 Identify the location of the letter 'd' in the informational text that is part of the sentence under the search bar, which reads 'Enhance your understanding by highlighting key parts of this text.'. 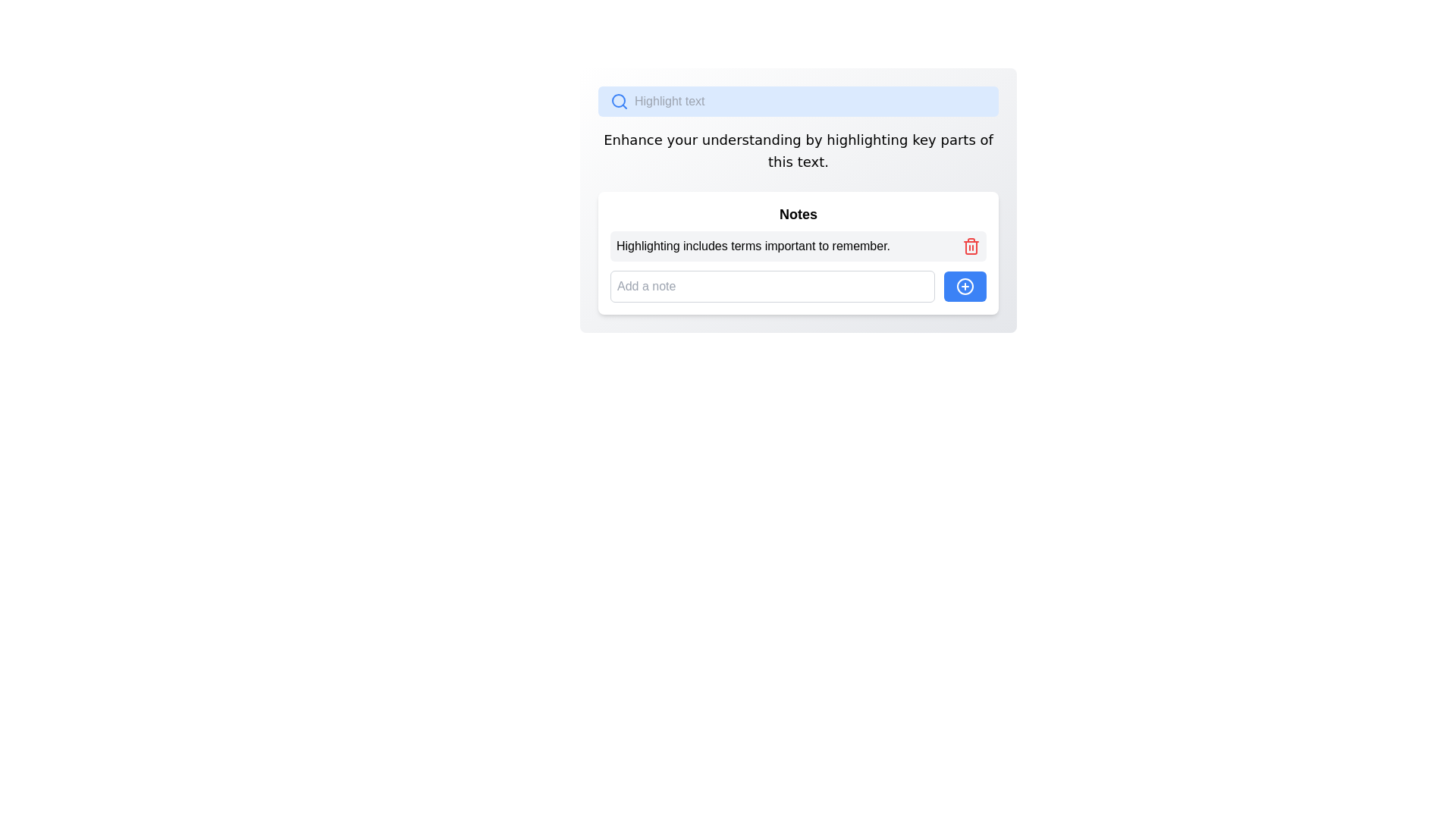
(723, 140).